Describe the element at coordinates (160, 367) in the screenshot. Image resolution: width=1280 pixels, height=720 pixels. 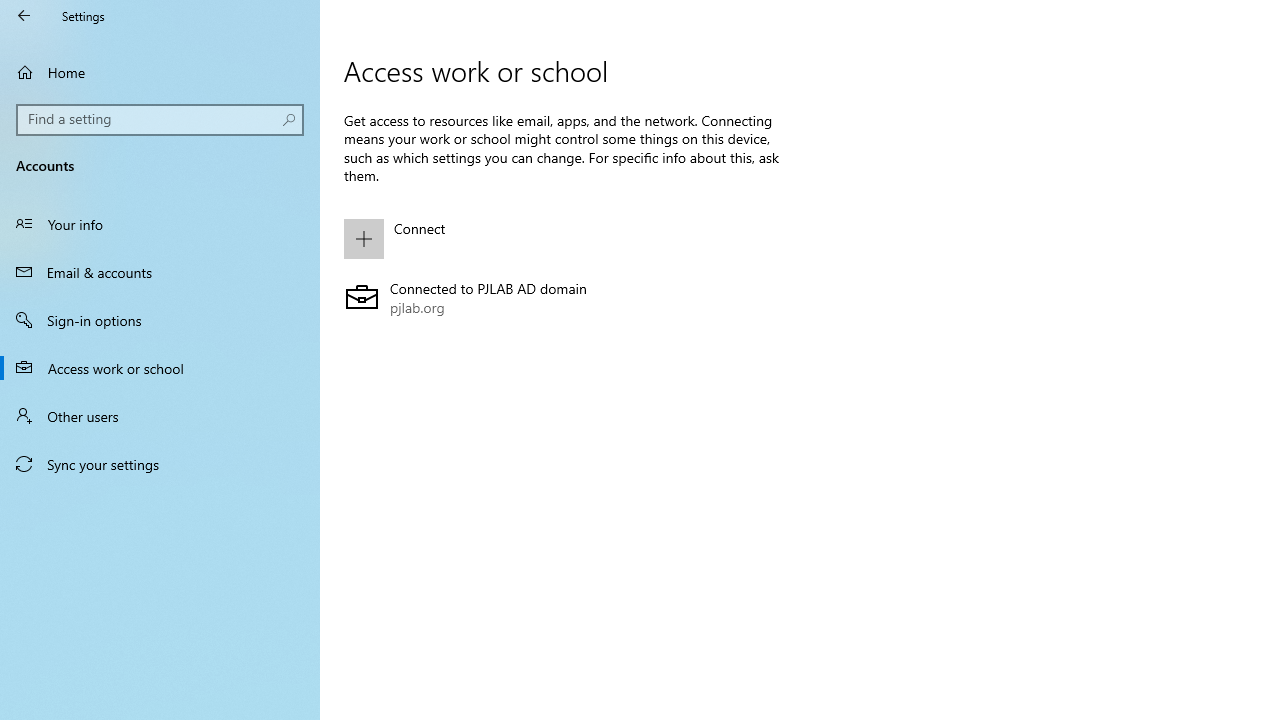
I see `'Access work or school'` at that location.